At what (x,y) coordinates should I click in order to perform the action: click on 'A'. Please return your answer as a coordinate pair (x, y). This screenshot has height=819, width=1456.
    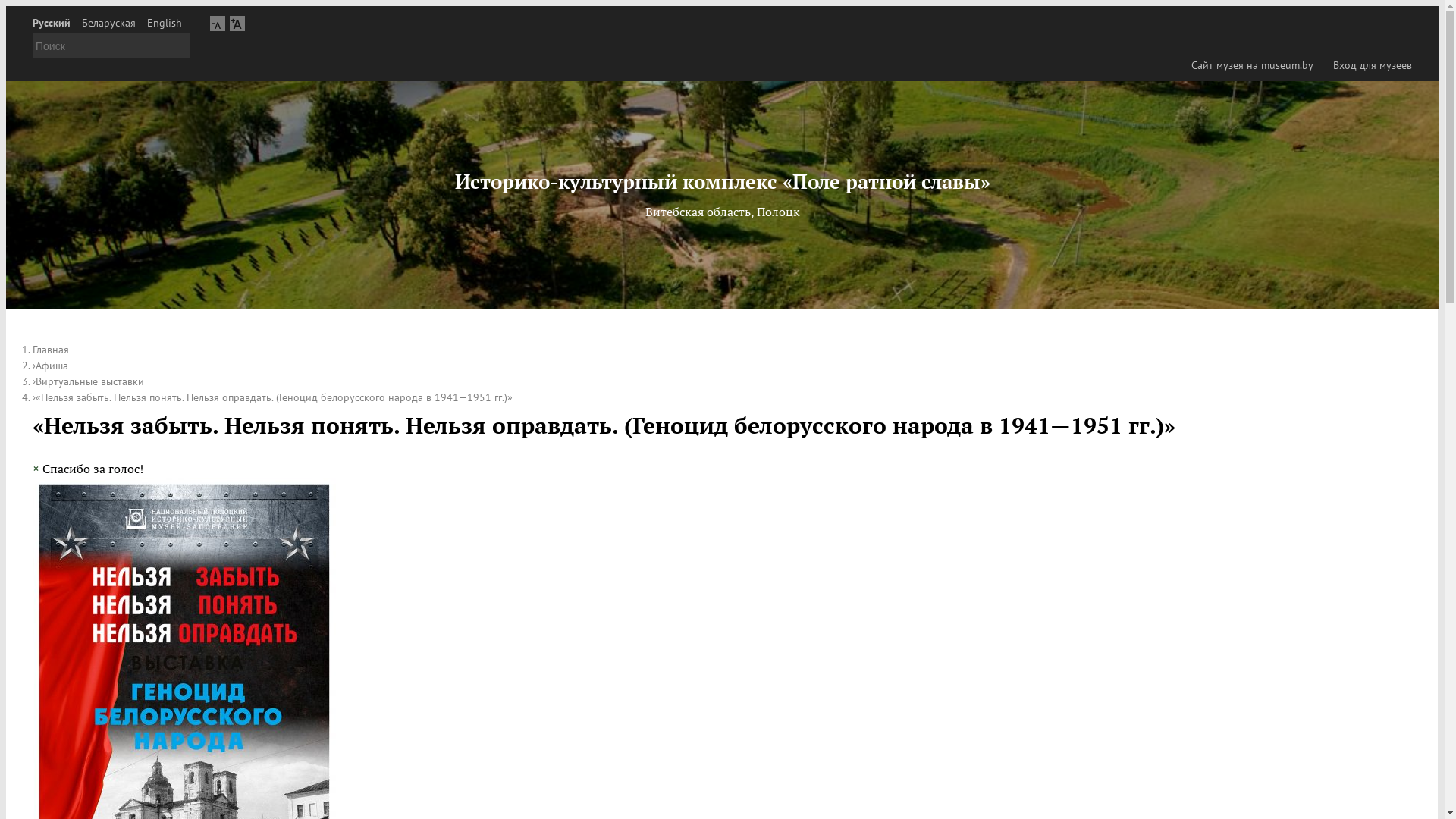
    Looking at the image, I should click on (217, 23).